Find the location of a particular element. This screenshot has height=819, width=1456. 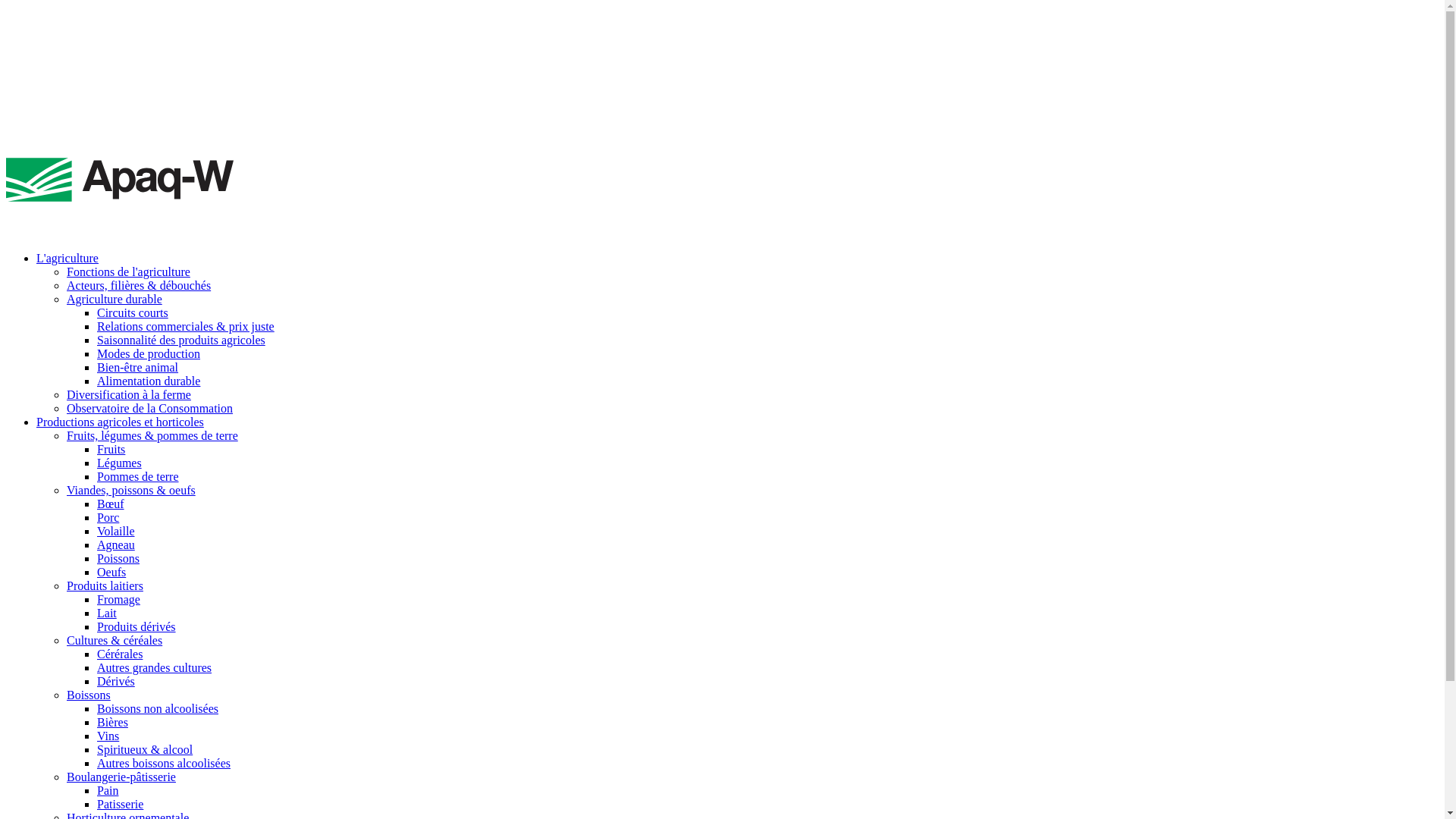

'Volaille' is located at coordinates (115, 530).